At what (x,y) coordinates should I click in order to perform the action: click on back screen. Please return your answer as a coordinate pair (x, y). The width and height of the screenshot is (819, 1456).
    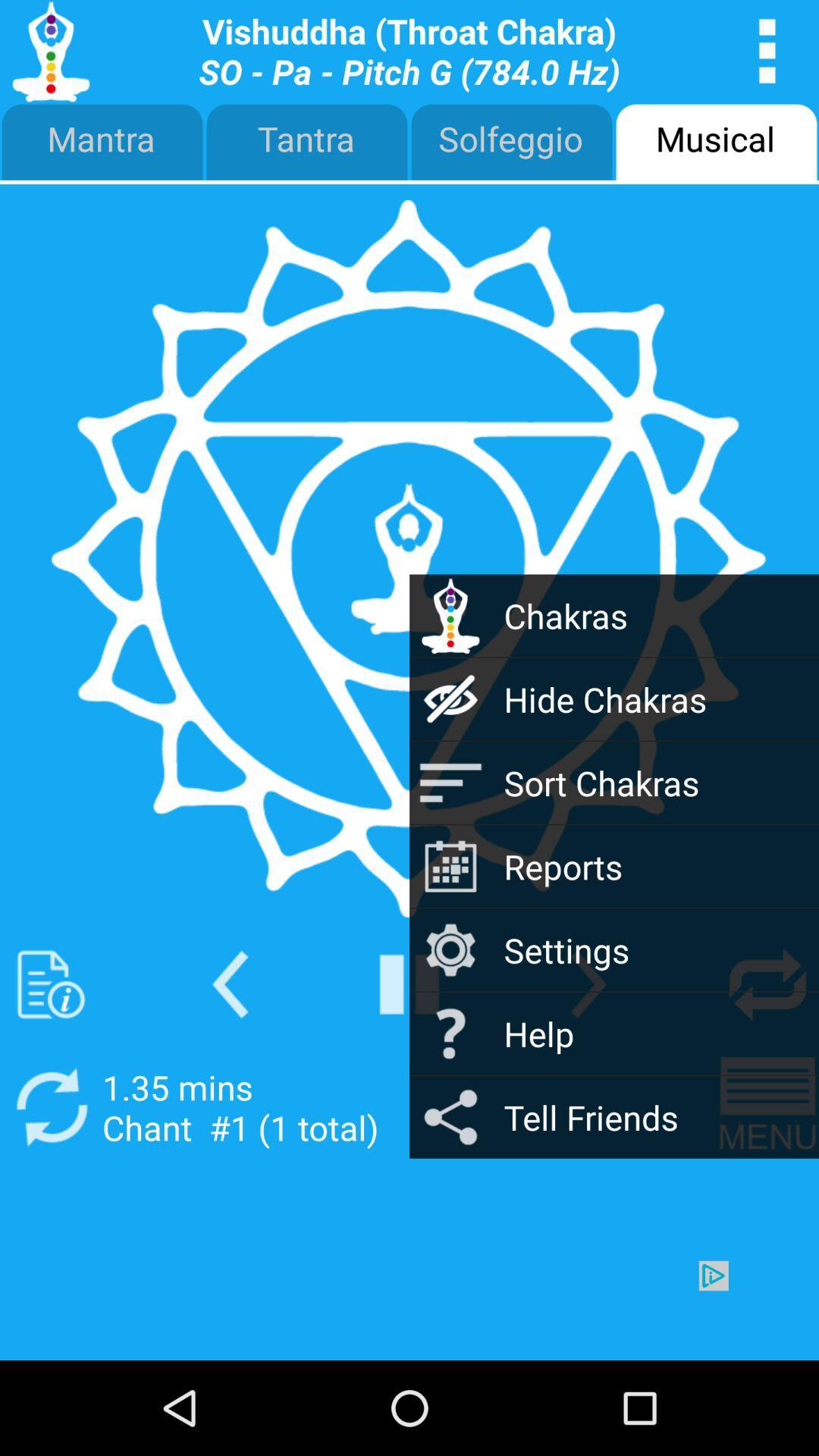
    Looking at the image, I should click on (230, 984).